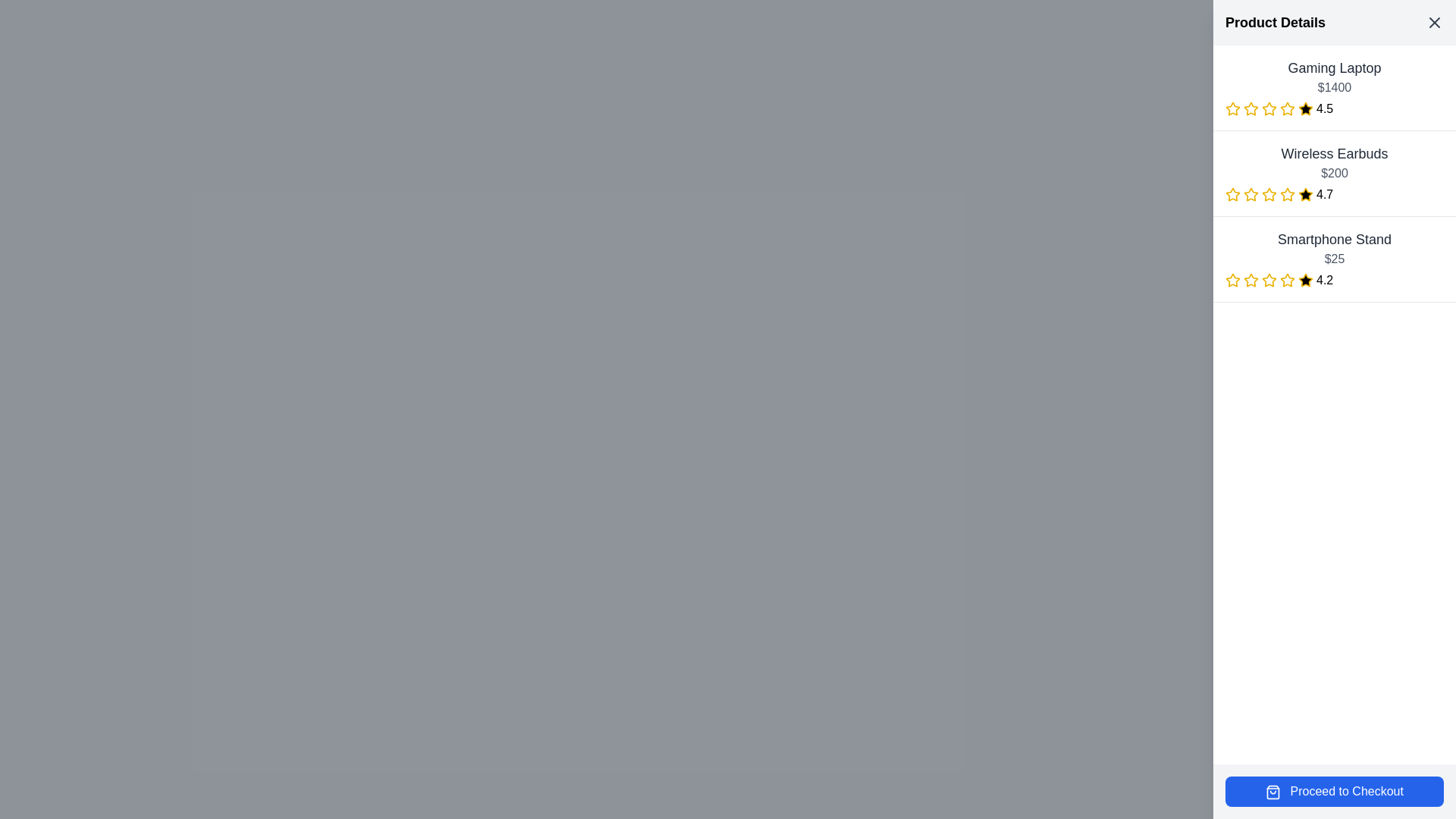  What do you see at coordinates (1251, 194) in the screenshot?
I see `the third filled star icon in the rating system for the item 'Wireless Earbuds' to interact with it` at bounding box center [1251, 194].